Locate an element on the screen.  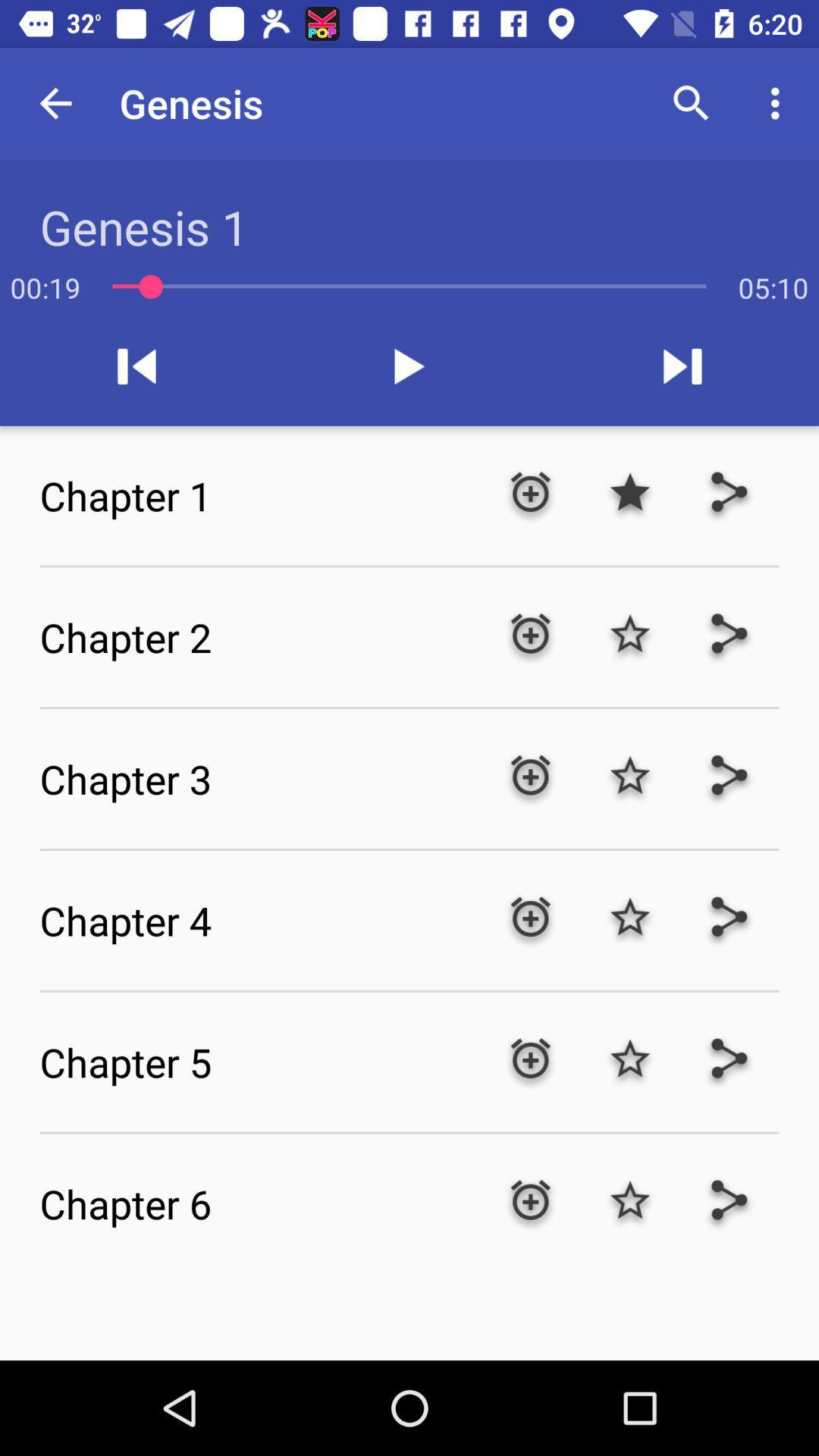
the skip_previous icon is located at coordinates (136, 366).